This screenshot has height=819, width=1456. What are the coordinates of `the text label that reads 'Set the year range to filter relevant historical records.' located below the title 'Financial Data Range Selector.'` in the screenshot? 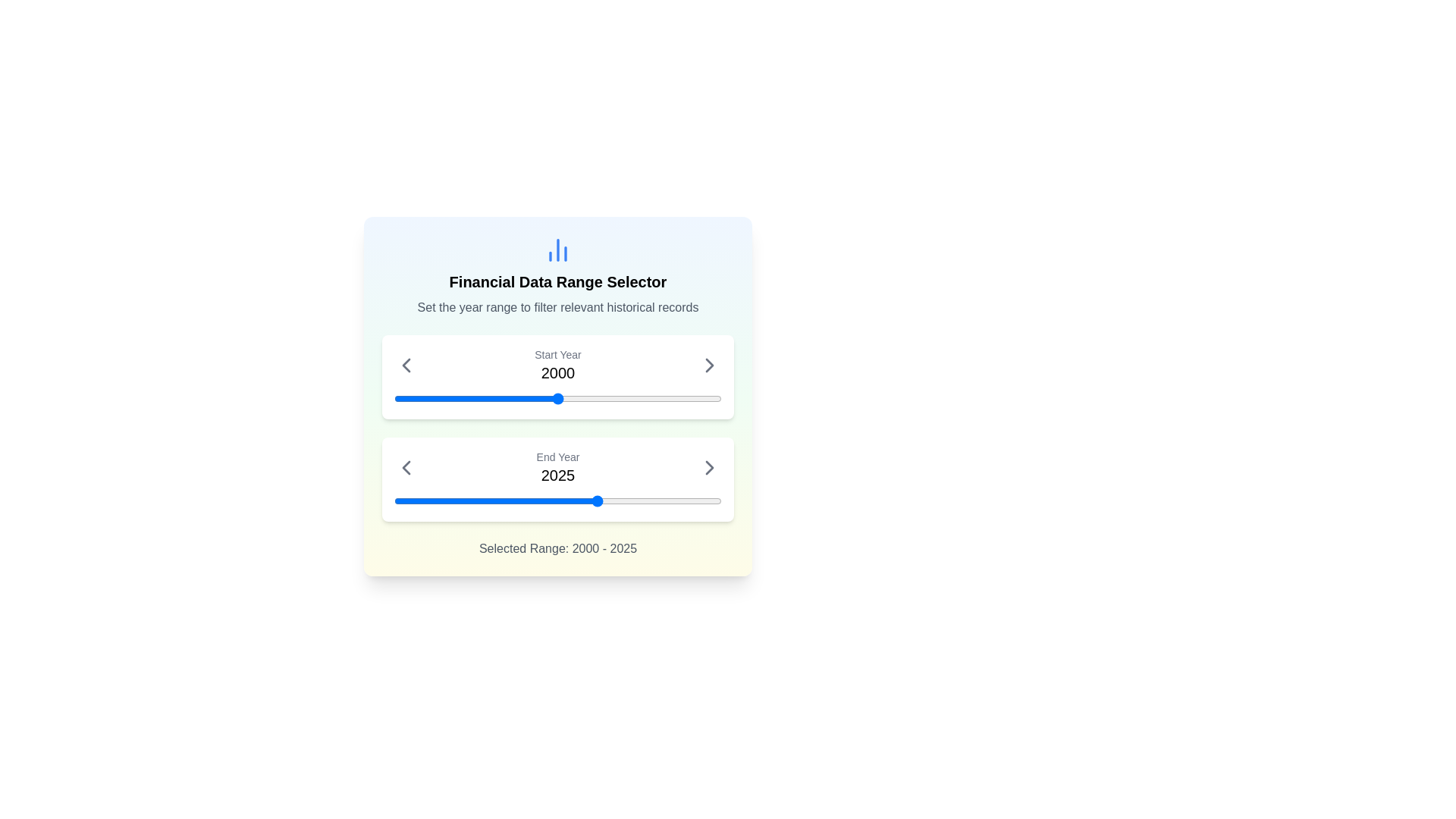 It's located at (557, 307).